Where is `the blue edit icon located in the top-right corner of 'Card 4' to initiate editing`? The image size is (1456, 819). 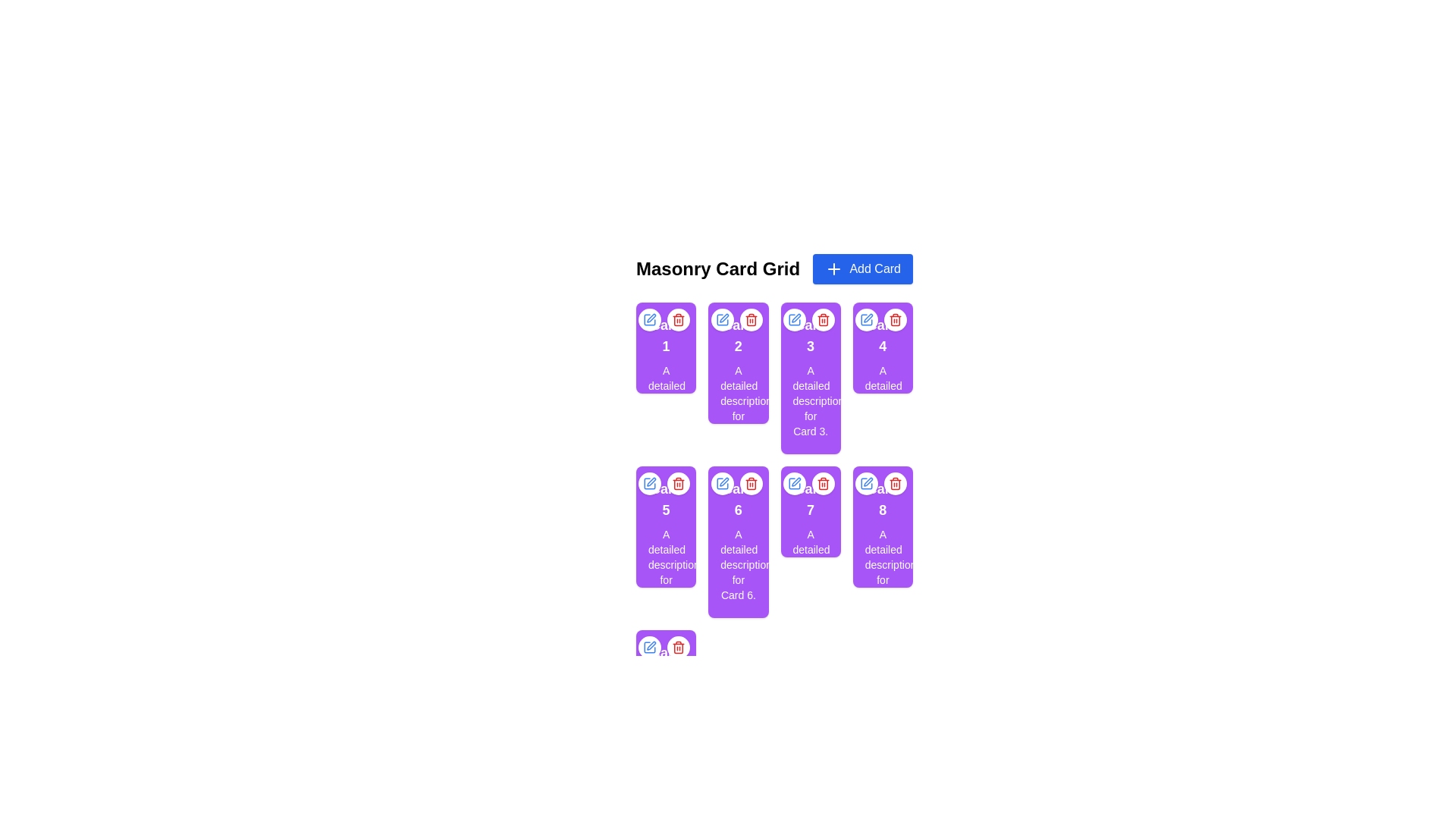
the blue edit icon located in the top-right corner of 'Card 4' to initiate editing is located at coordinates (880, 318).